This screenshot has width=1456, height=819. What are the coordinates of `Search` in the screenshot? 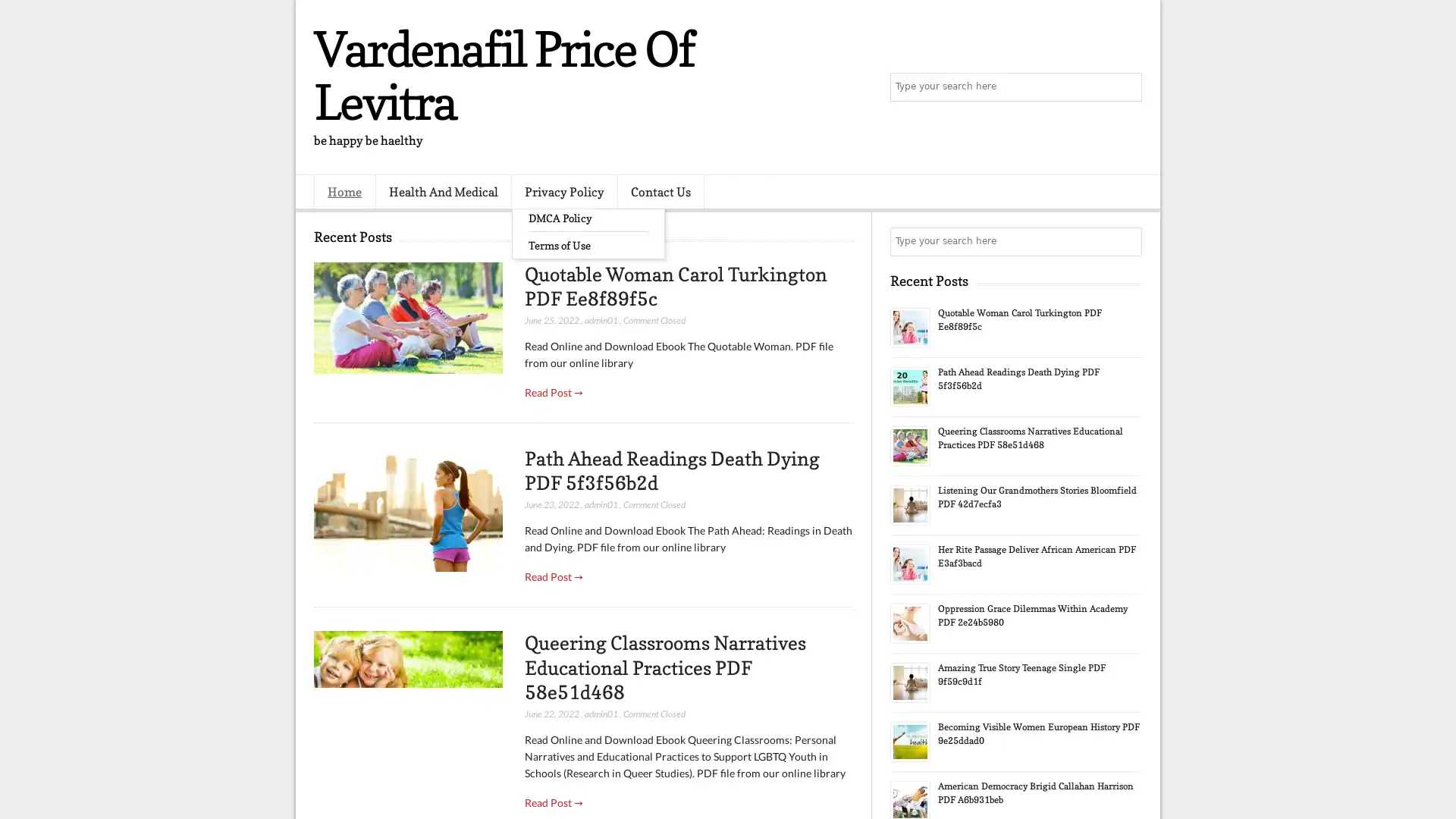 It's located at (1126, 241).